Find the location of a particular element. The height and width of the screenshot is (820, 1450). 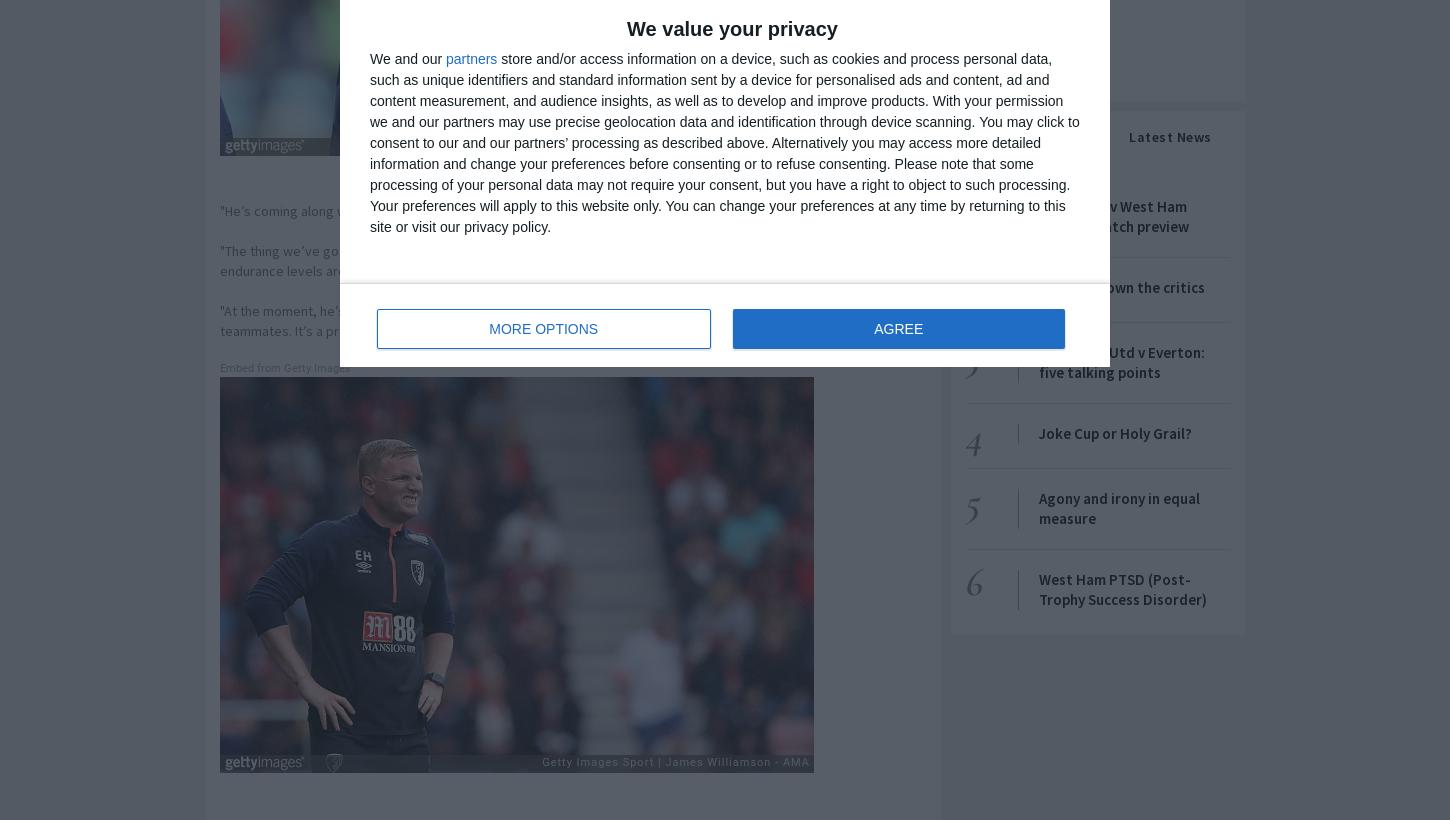

'Joke Cup or Holy Grail?' is located at coordinates (1114, 431).